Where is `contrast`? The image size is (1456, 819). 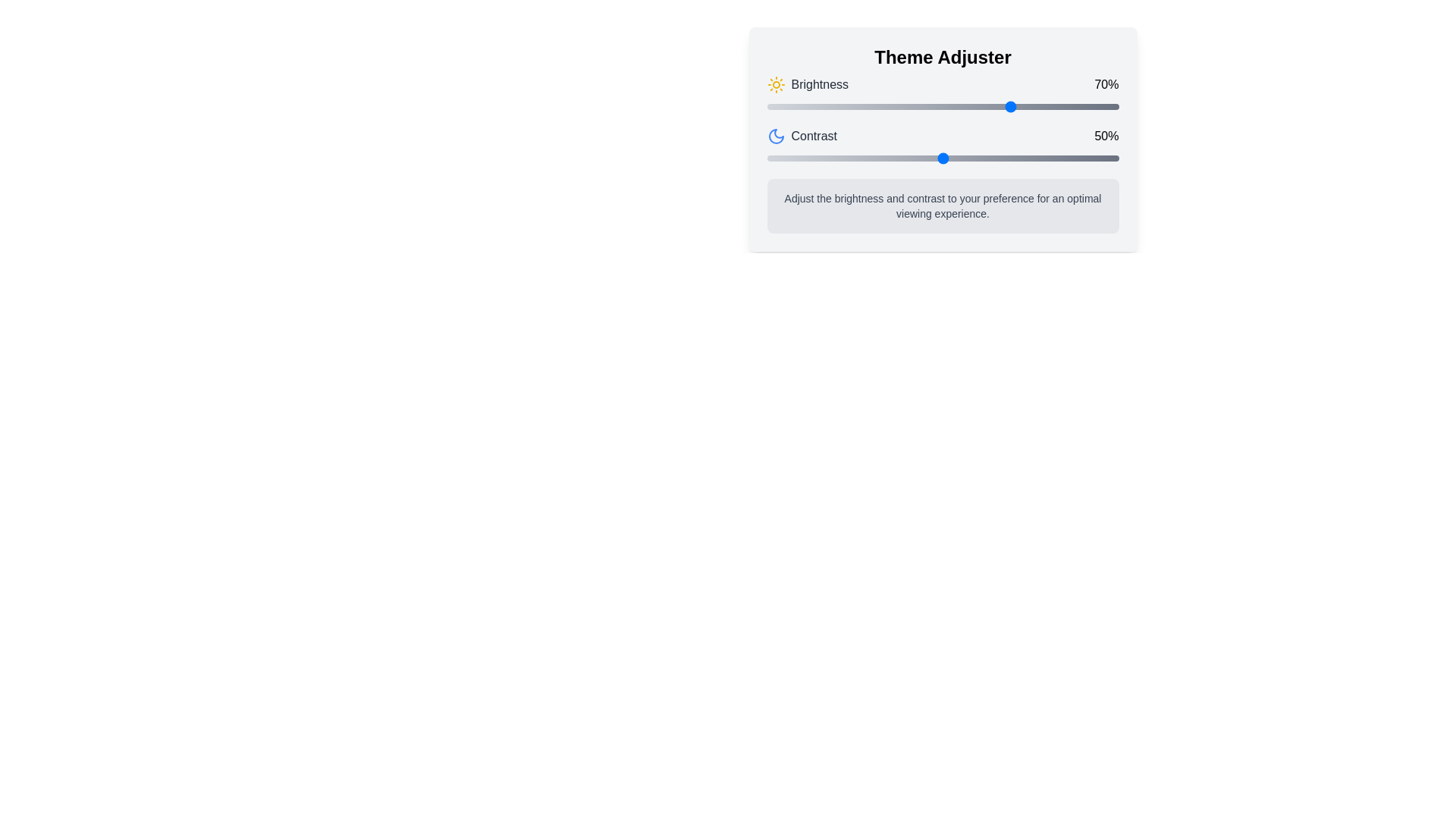
contrast is located at coordinates (1009, 158).